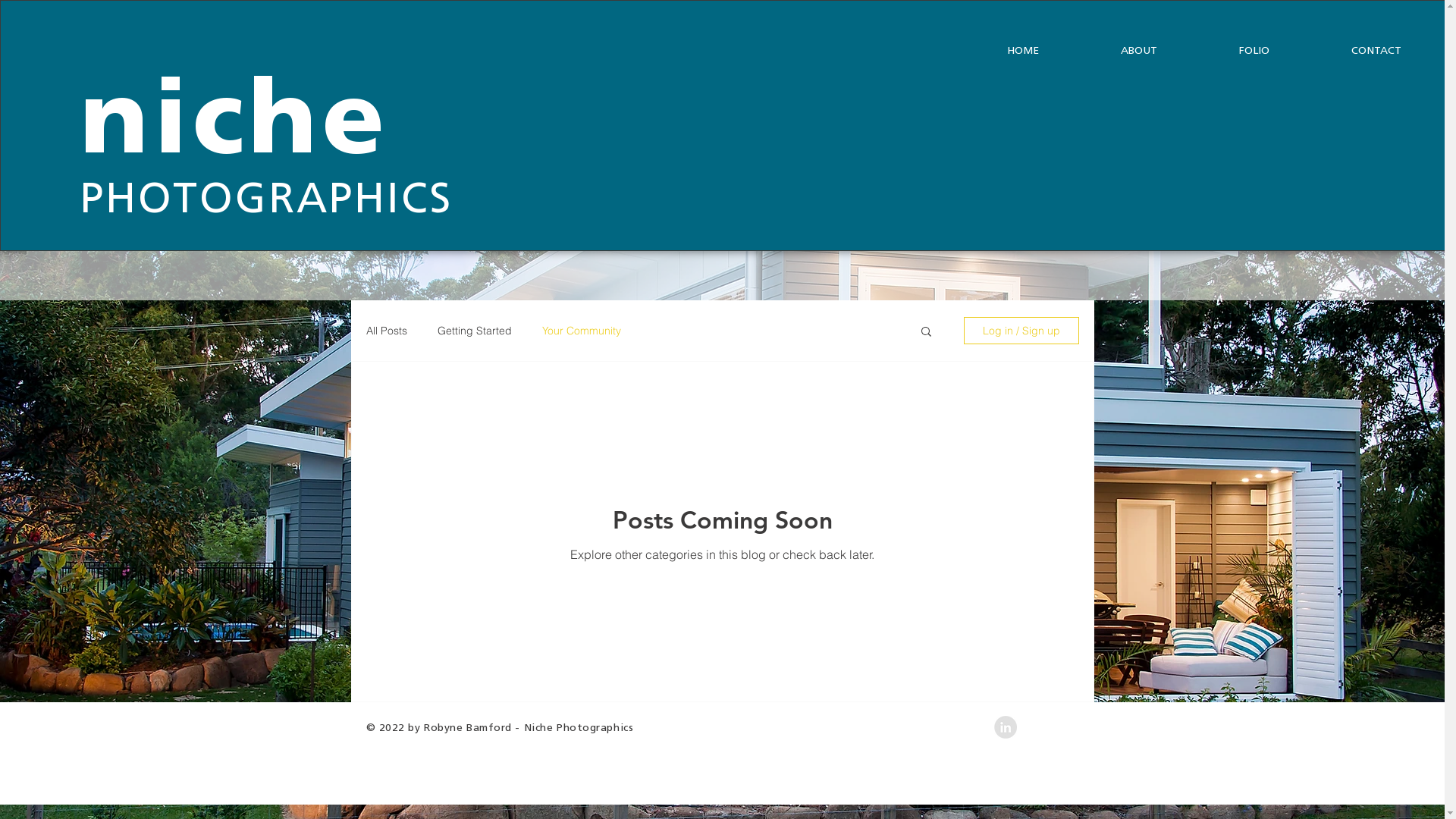 The height and width of the screenshot is (819, 1456). I want to click on 'Your Community', so click(580, 329).